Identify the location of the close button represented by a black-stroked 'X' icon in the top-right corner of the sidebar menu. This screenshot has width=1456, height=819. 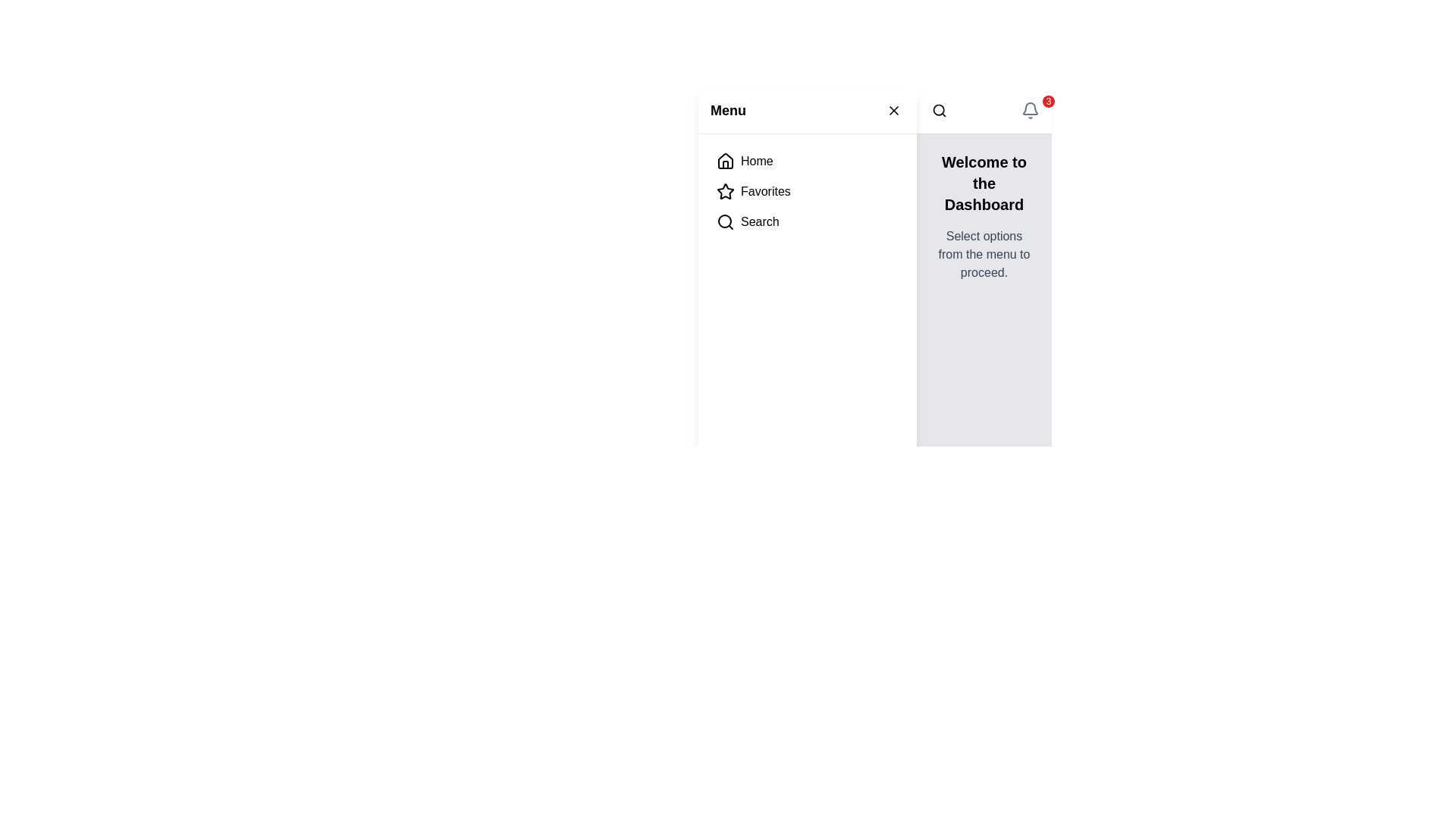
(894, 110).